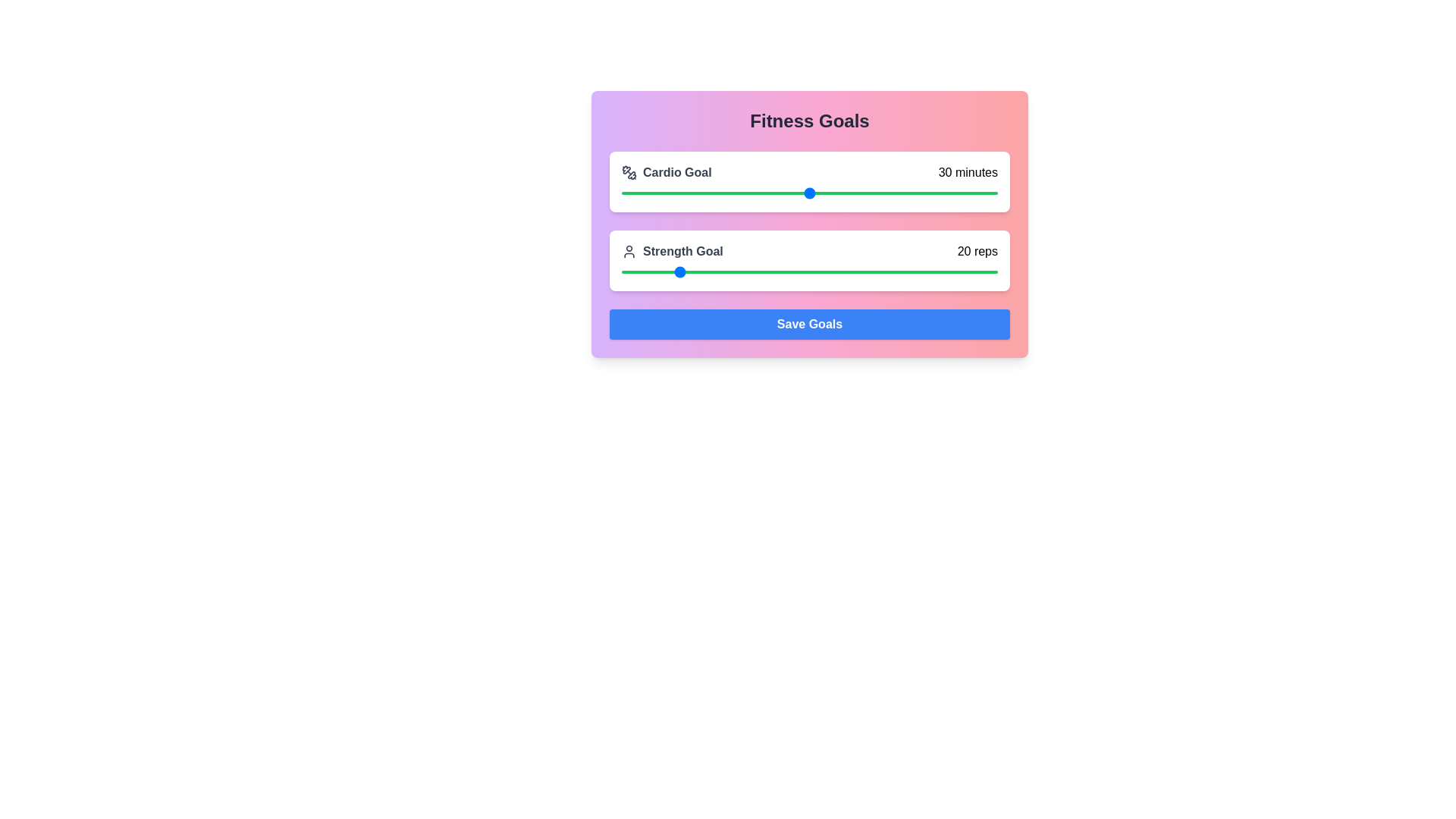 This screenshot has height=819, width=1456. Describe the element at coordinates (809, 324) in the screenshot. I see `the 'Save Goals' button, which is a rectangular button with a blue background and white bold text, located at the bottom of the fitness goal sliders layout` at that location.